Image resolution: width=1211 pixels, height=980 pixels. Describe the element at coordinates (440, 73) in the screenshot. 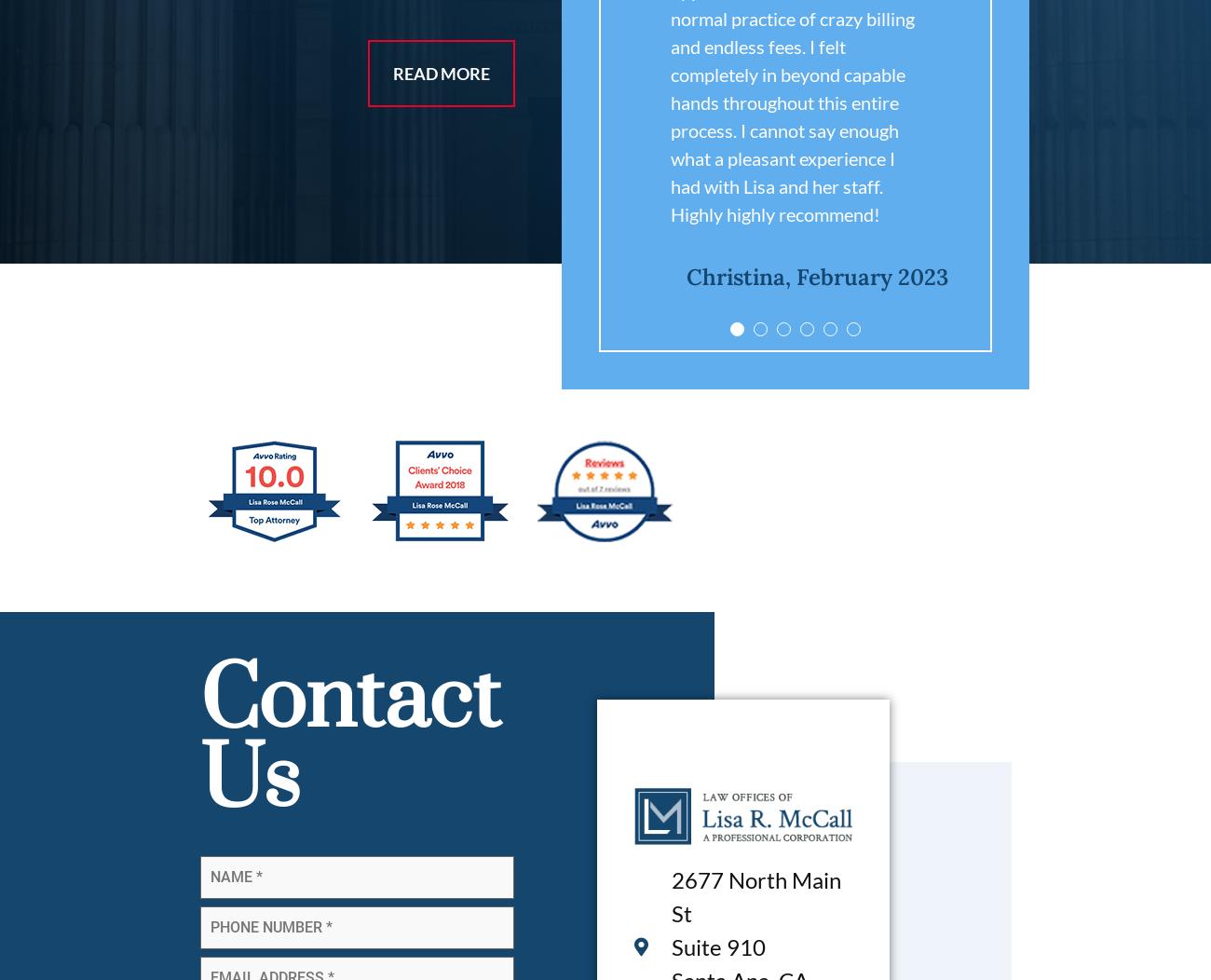

I see `'READ MORE'` at that location.